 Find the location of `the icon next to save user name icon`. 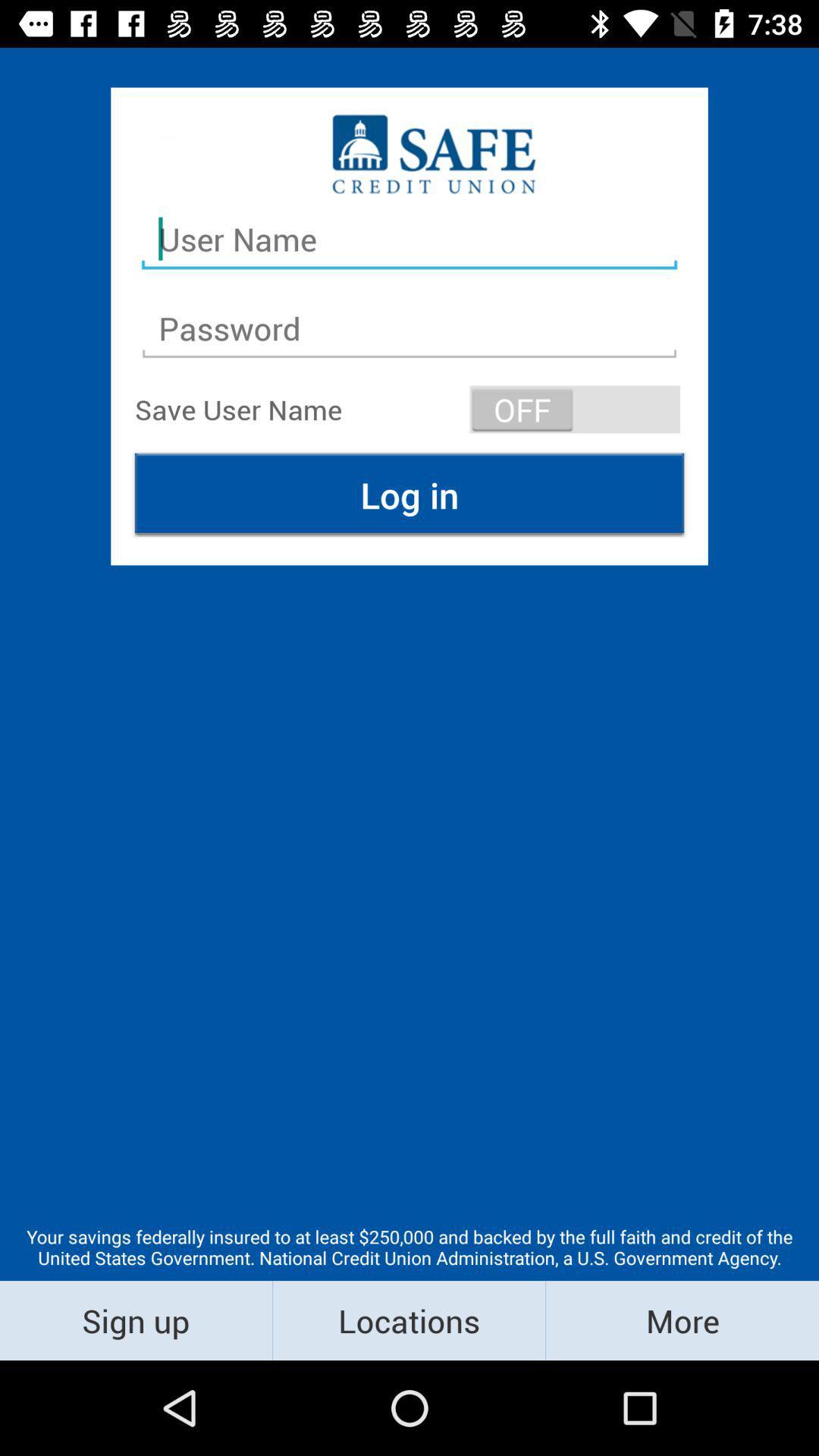

the icon next to save user name icon is located at coordinates (575, 409).